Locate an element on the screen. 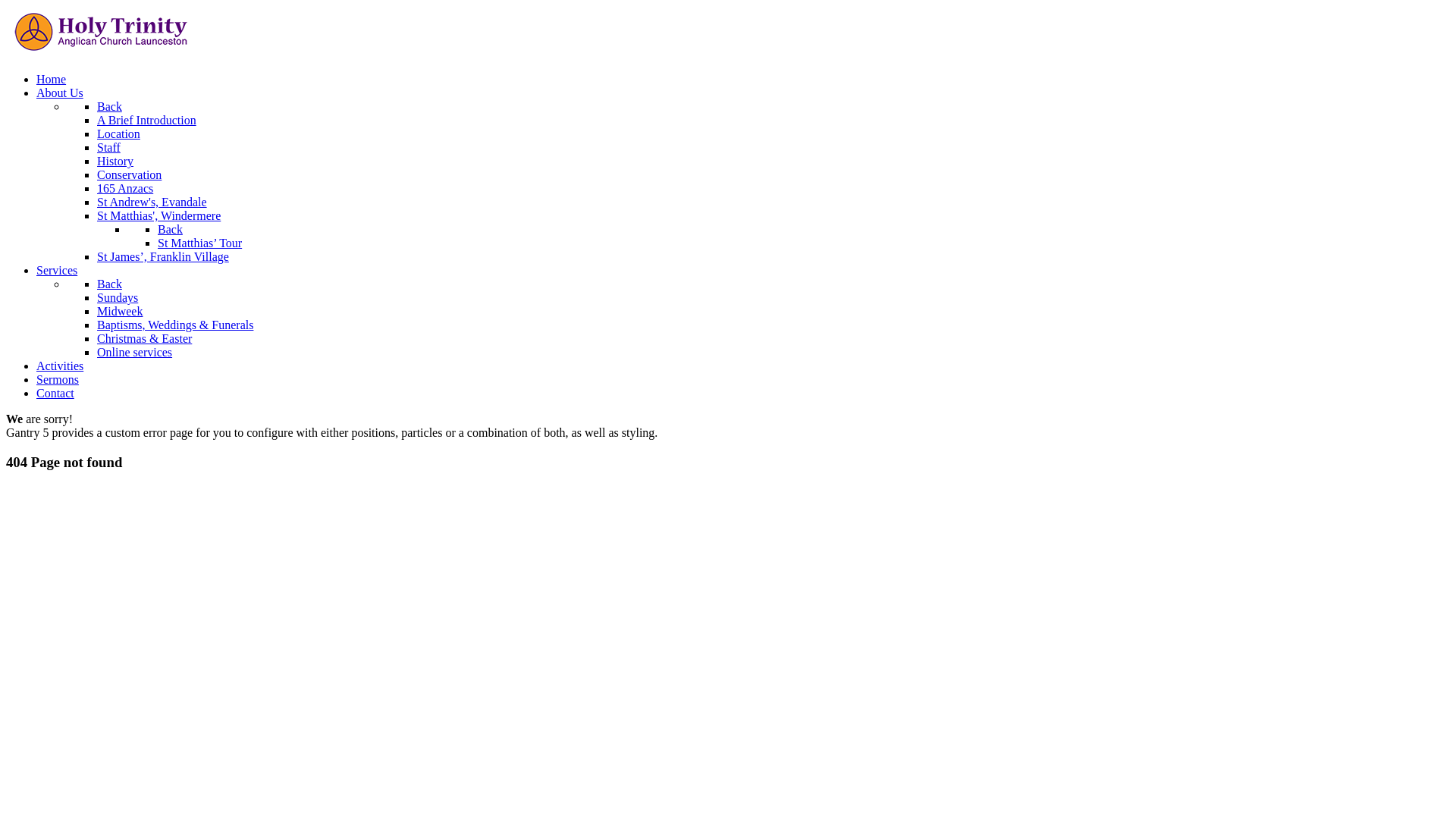  'Baptisms, Weddings & Funerals' is located at coordinates (96, 324).